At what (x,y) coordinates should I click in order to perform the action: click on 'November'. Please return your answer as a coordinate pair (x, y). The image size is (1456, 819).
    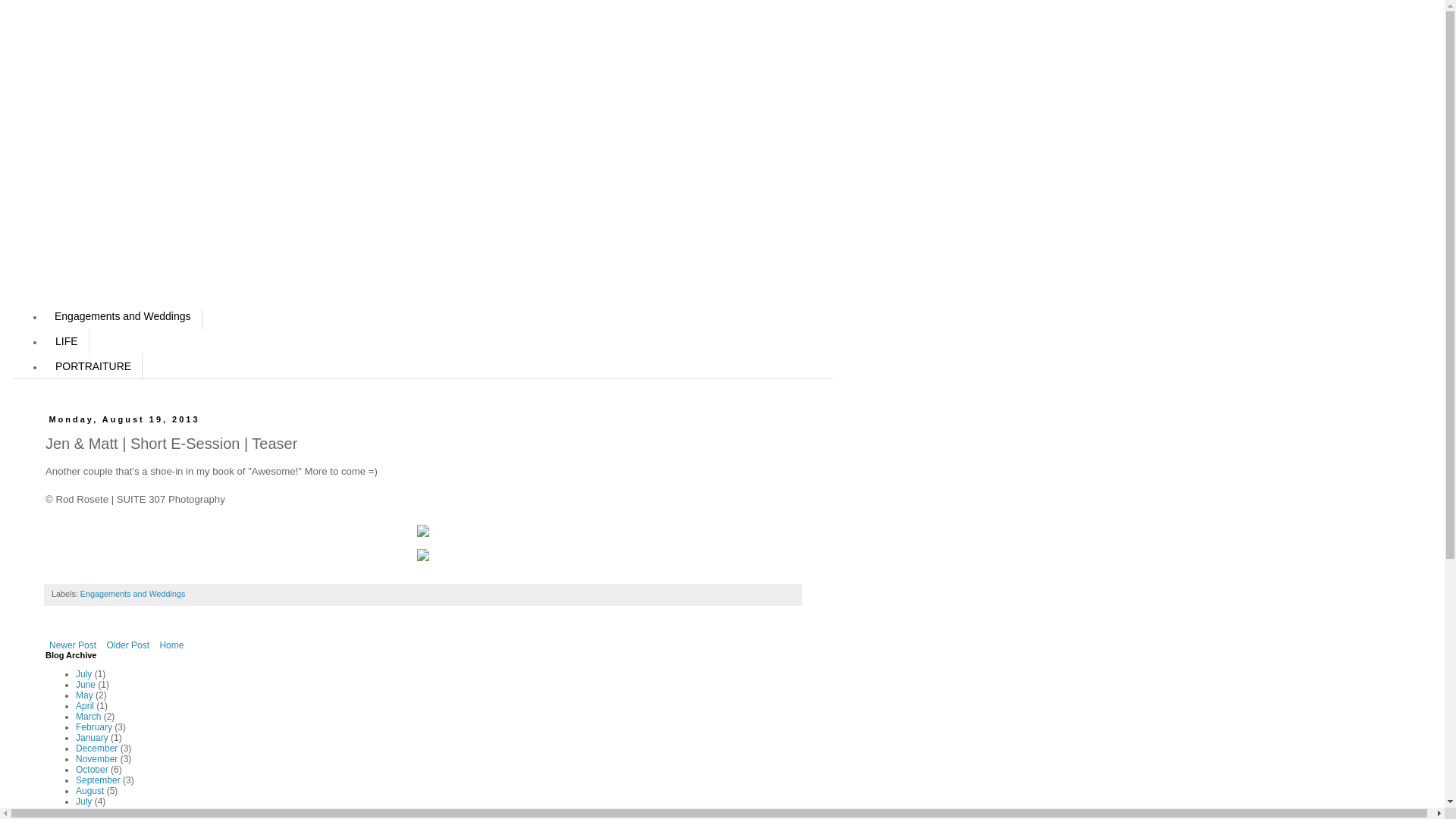
    Looking at the image, I should click on (96, 759).